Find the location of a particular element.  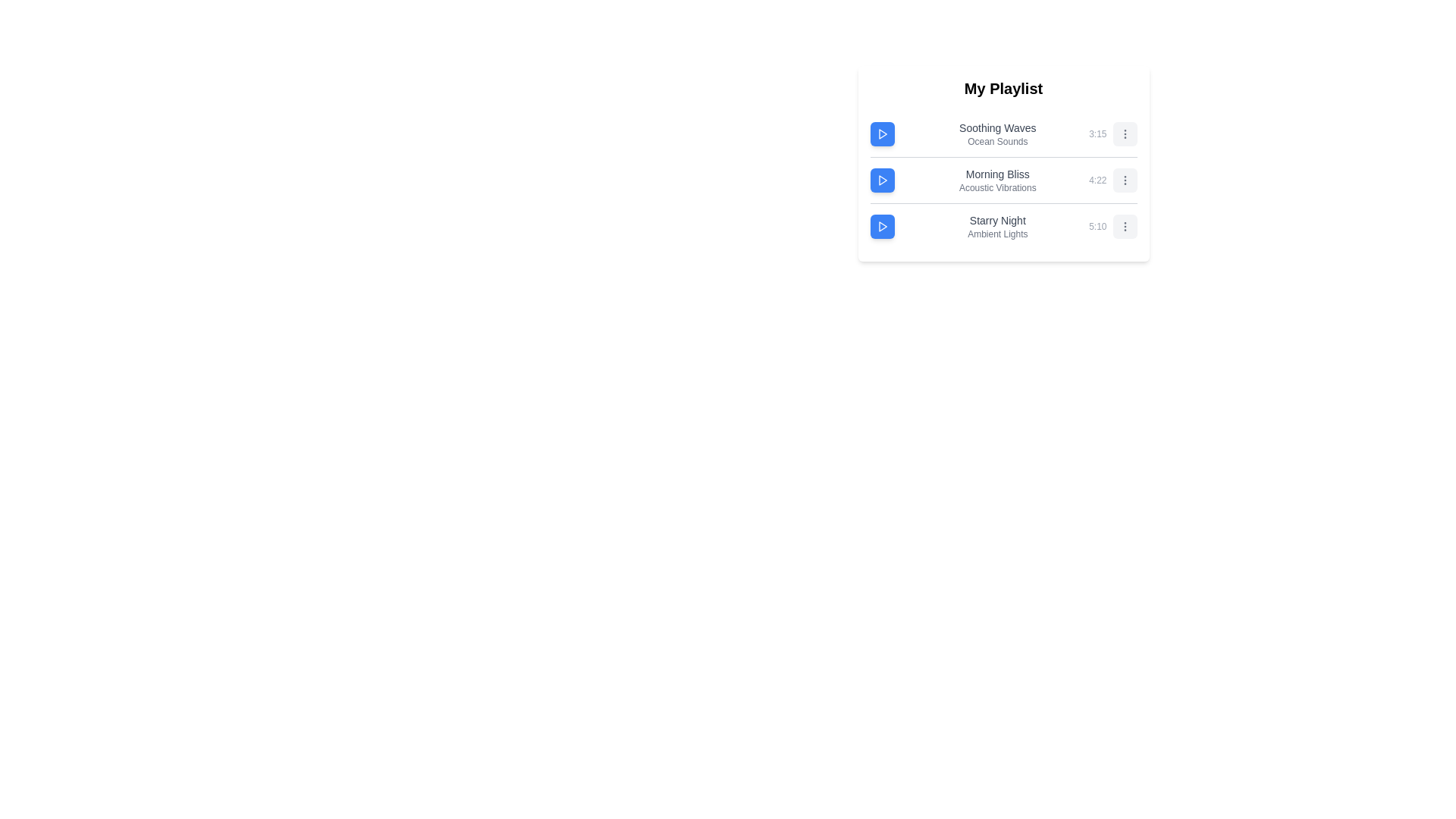

the text label providing supplementary information about the playlist item located below the title 'Soothing Waves' in the 'My Playlist' section is located at coordinates (997, 141).